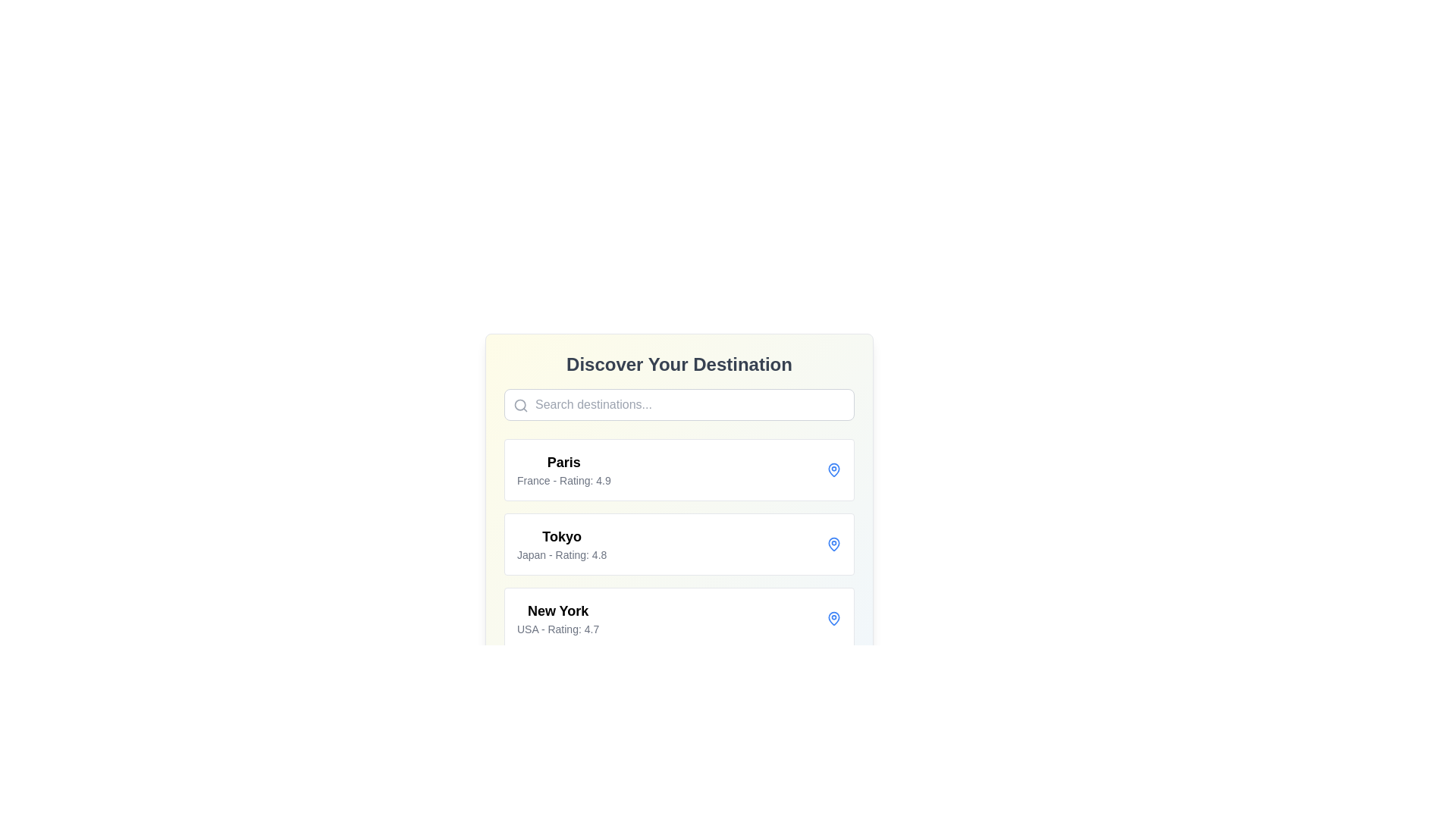 The image size is (1456, 819). Describe the element at coordinates (563, 461) in the screenshot. I see `the text displaying the name of the city 'Paris', which is located at the top position of the 'Paris' destination group` at that location.